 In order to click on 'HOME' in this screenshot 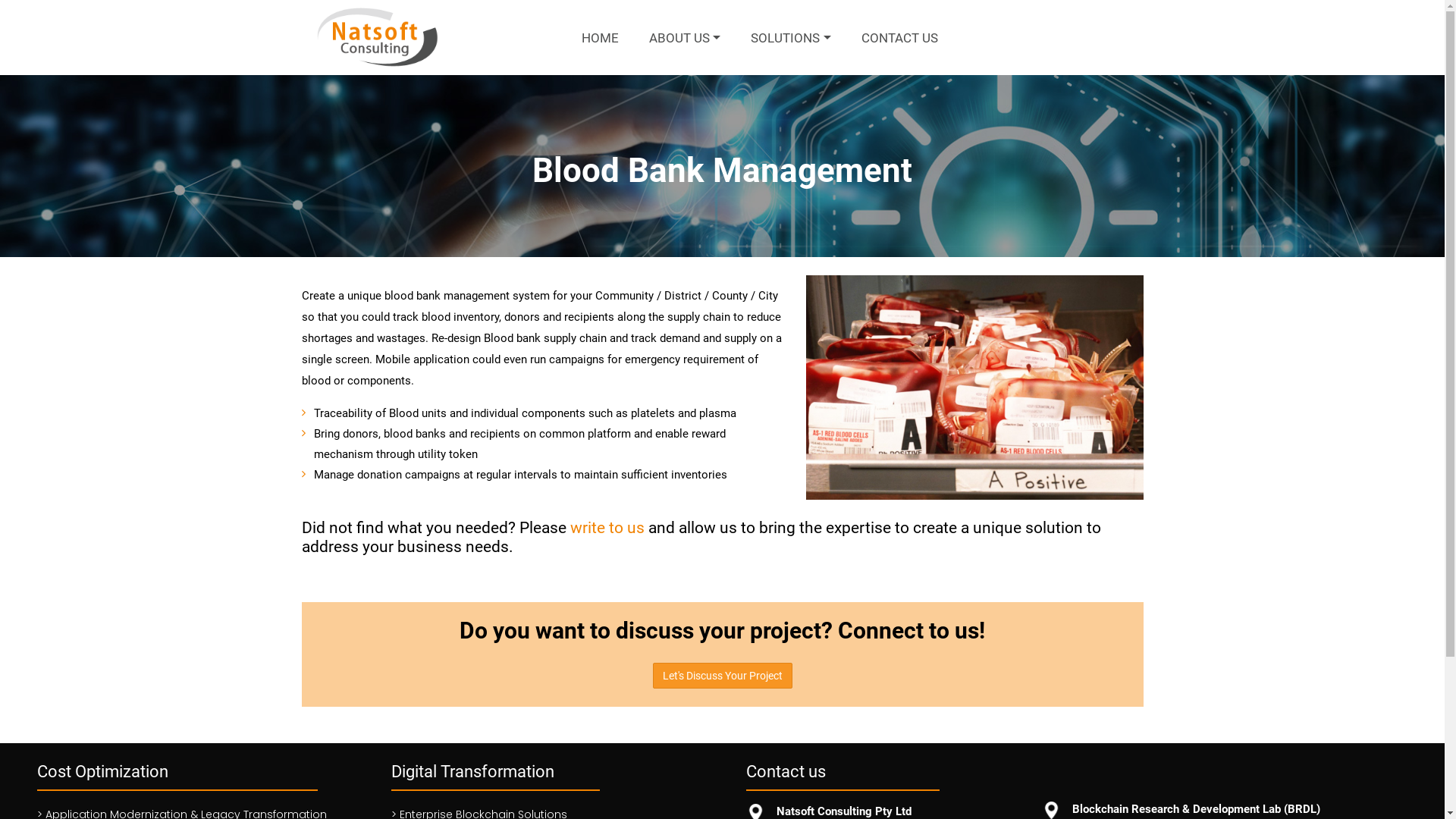, I will do `click(599, 37)`.